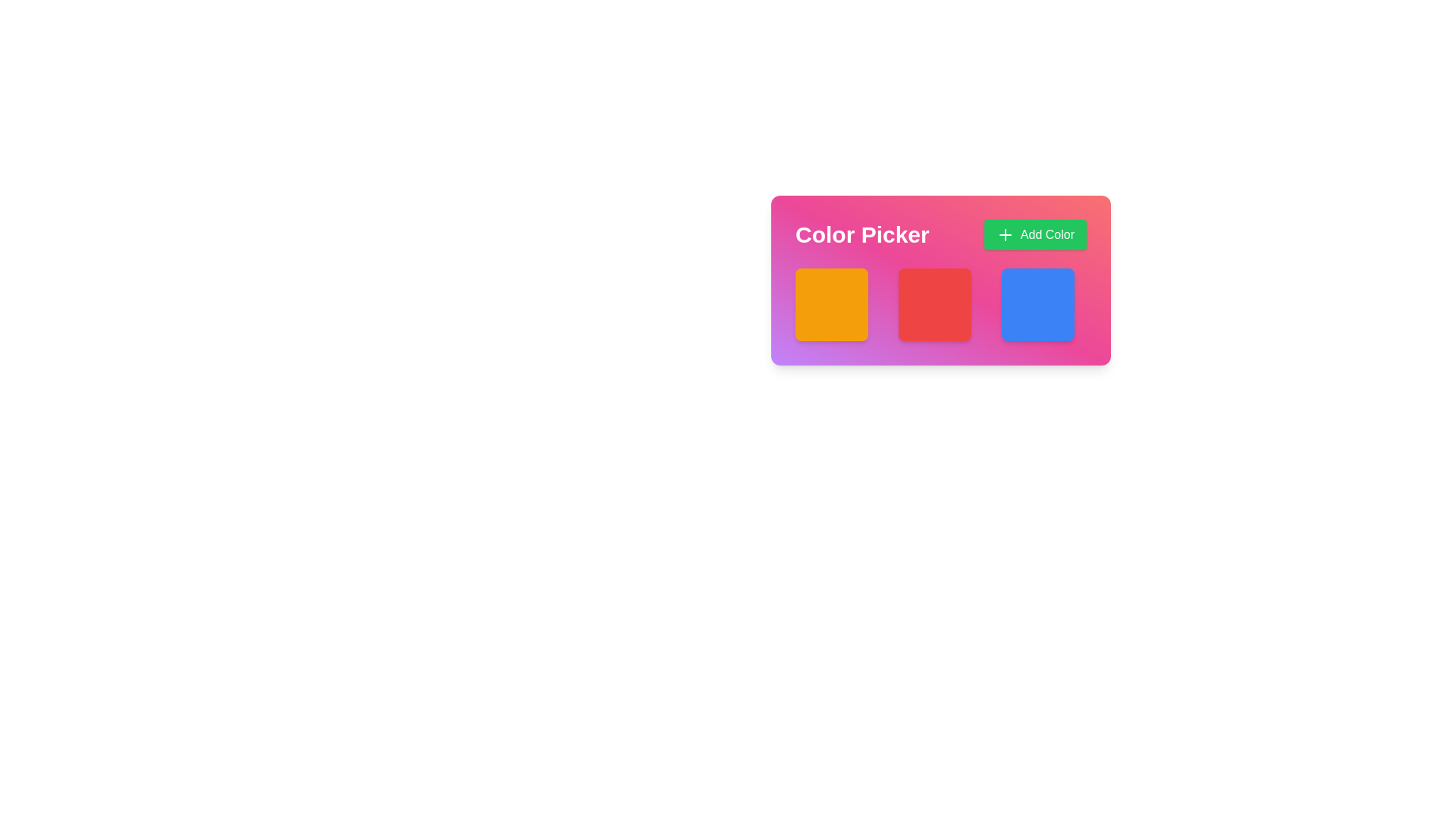 This screenshot has width=1456, height=819. Describe the element at coordinates (862, 234) in the screenshot. I see `the bold text header labeled 'Color Picker' which is styled in white font on a vibrant pink to purple gradient background, located on the left side next to the 'Add Color' green button` at that location.